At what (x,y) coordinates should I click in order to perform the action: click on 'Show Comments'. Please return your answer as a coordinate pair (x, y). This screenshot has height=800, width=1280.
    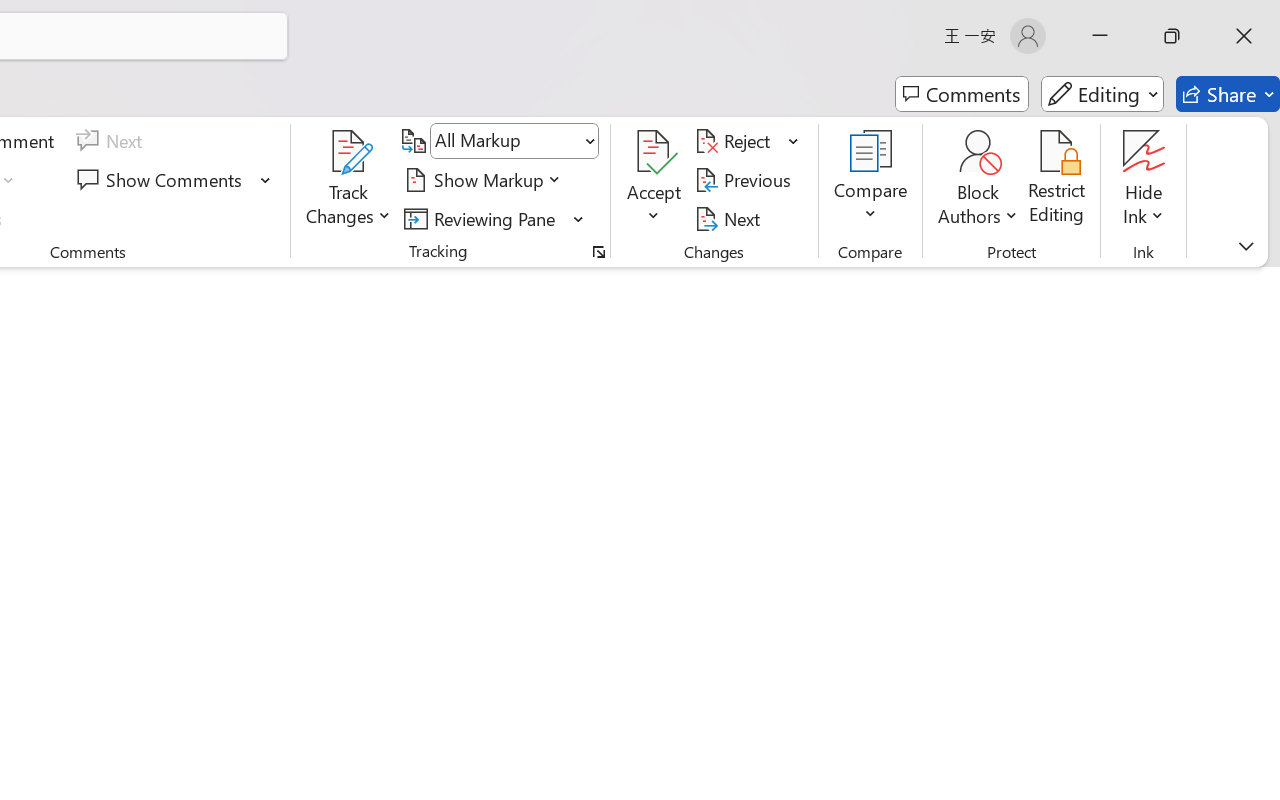
    Looking at the image, I should click on (162, 179).